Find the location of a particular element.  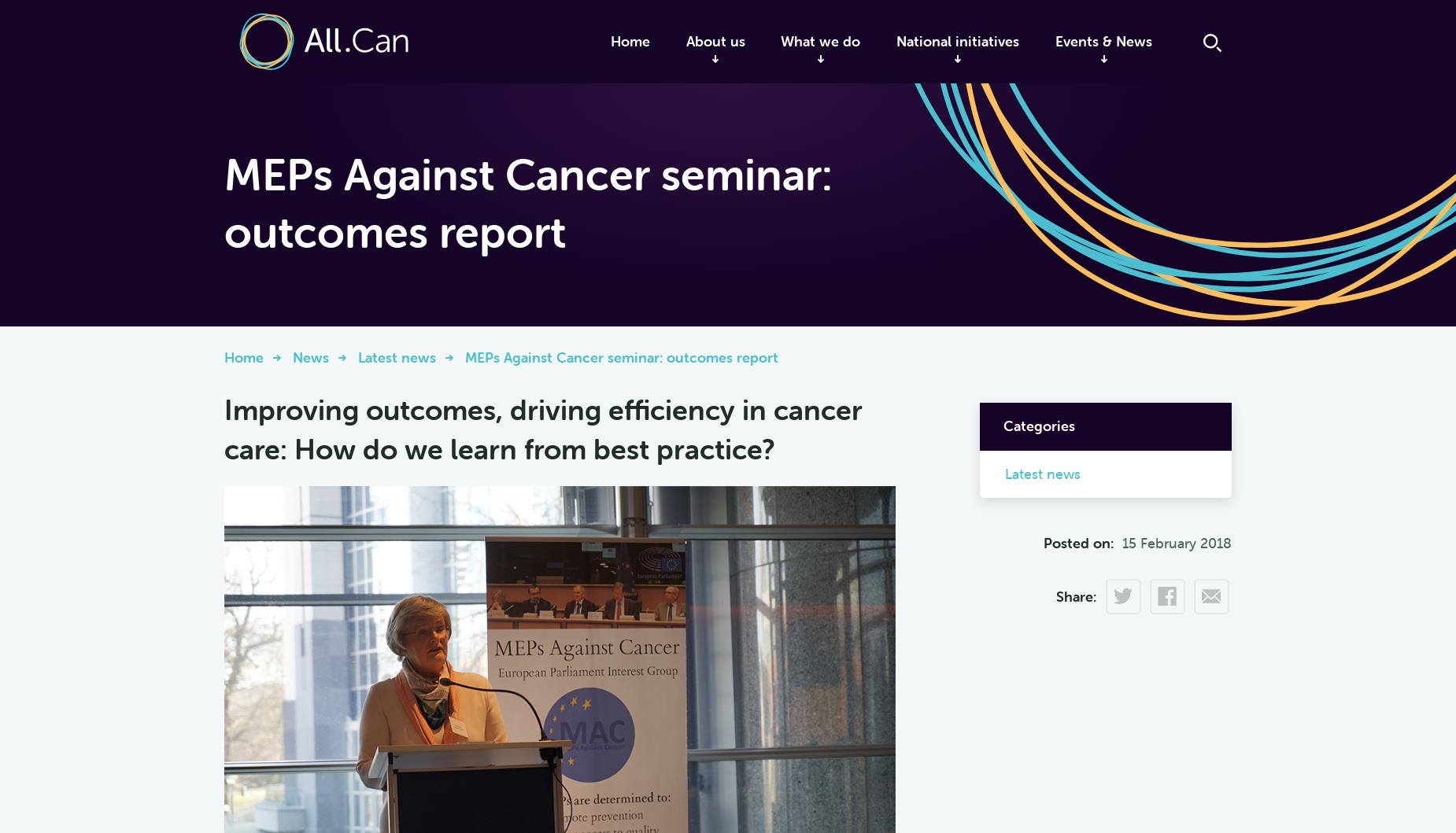

'Posted on:' is located at coordinates (1080, 543).